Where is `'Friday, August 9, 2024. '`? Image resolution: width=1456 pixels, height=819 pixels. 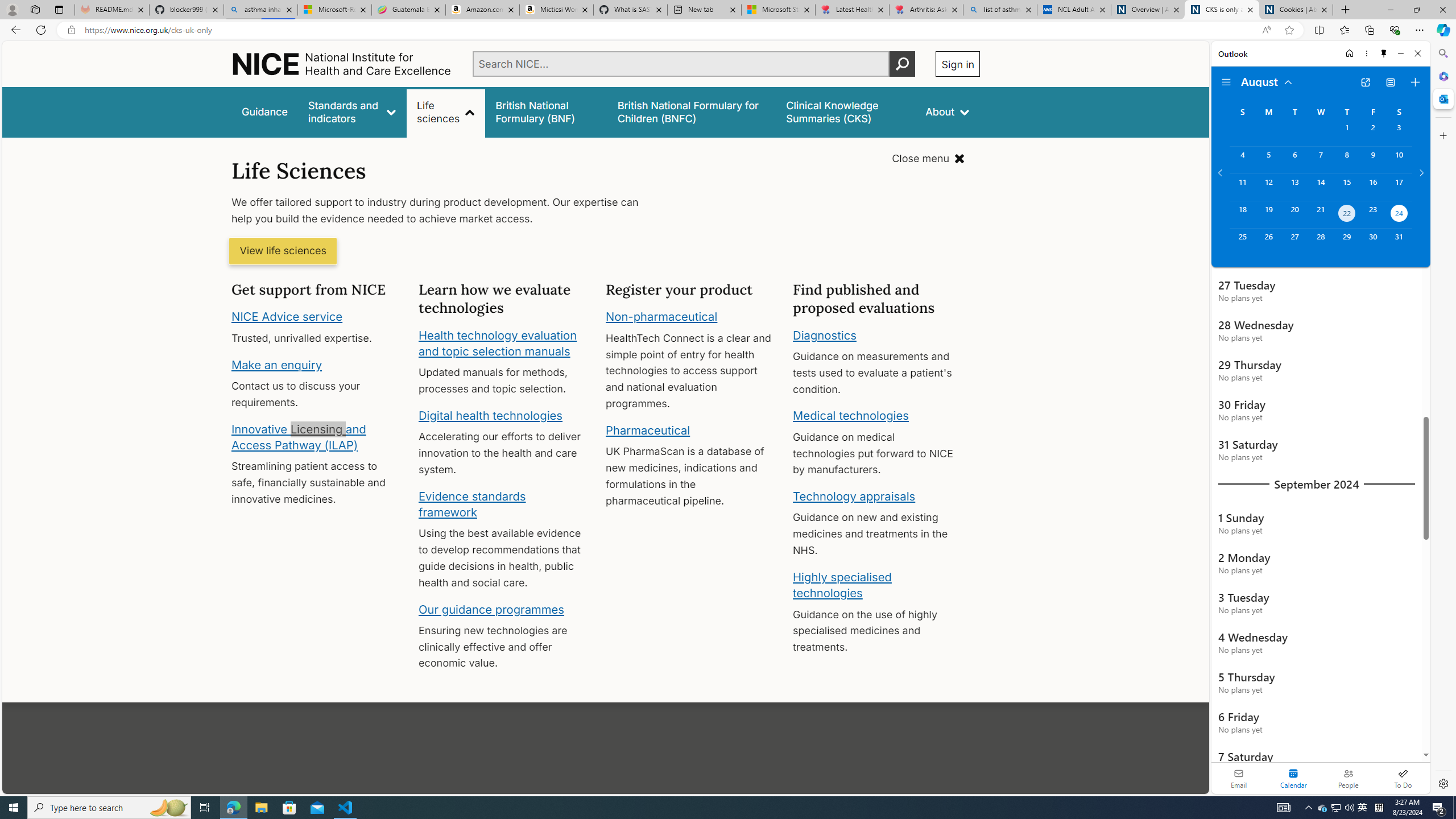
'Friday, August 9, 2024. ' is located at coordinates (1372, 159).